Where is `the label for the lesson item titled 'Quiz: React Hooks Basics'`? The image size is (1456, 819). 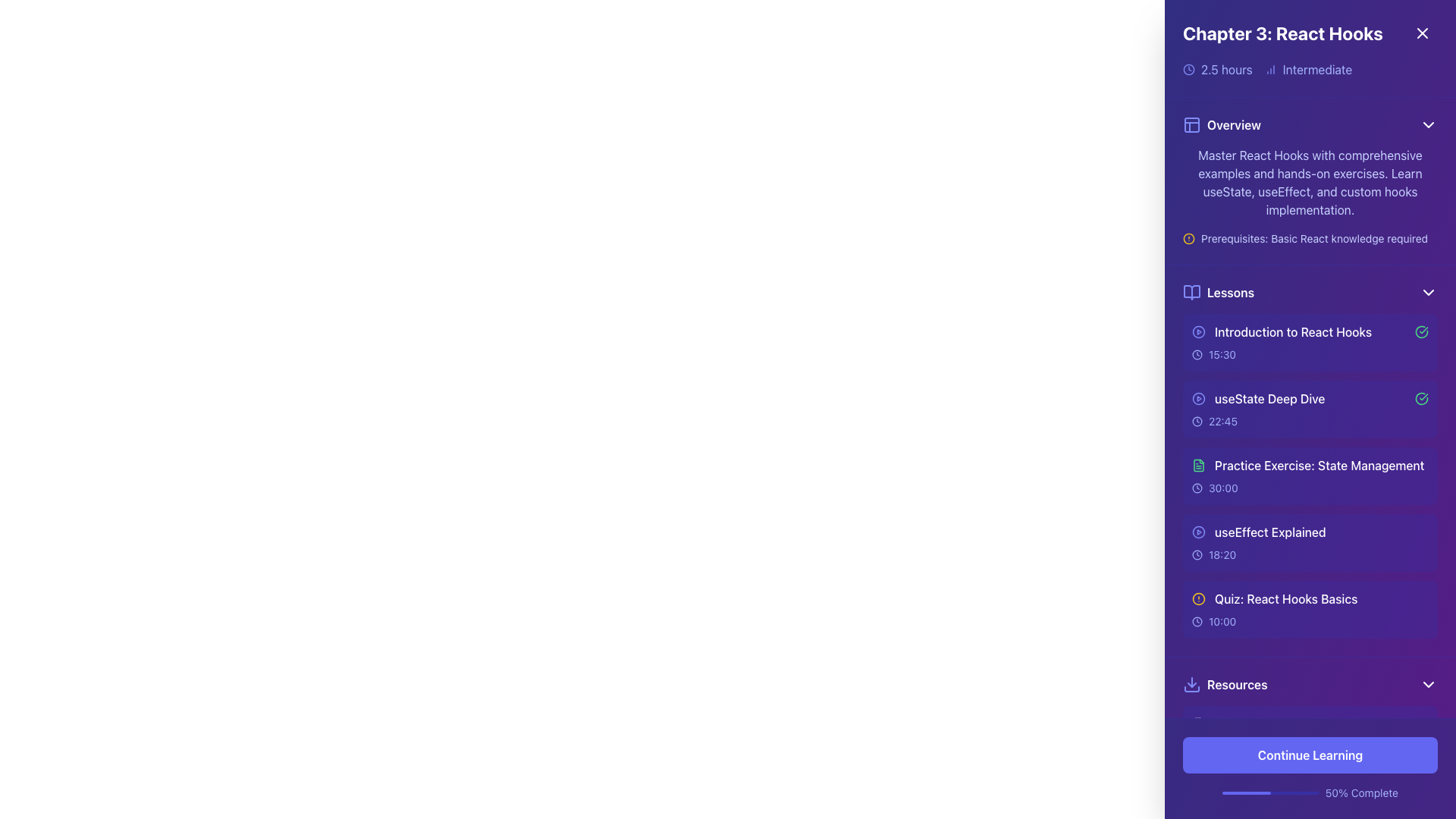
the label for the lesson item titled 'Quiz: React Hooks Basics' is located at coordinates (1274, 598).